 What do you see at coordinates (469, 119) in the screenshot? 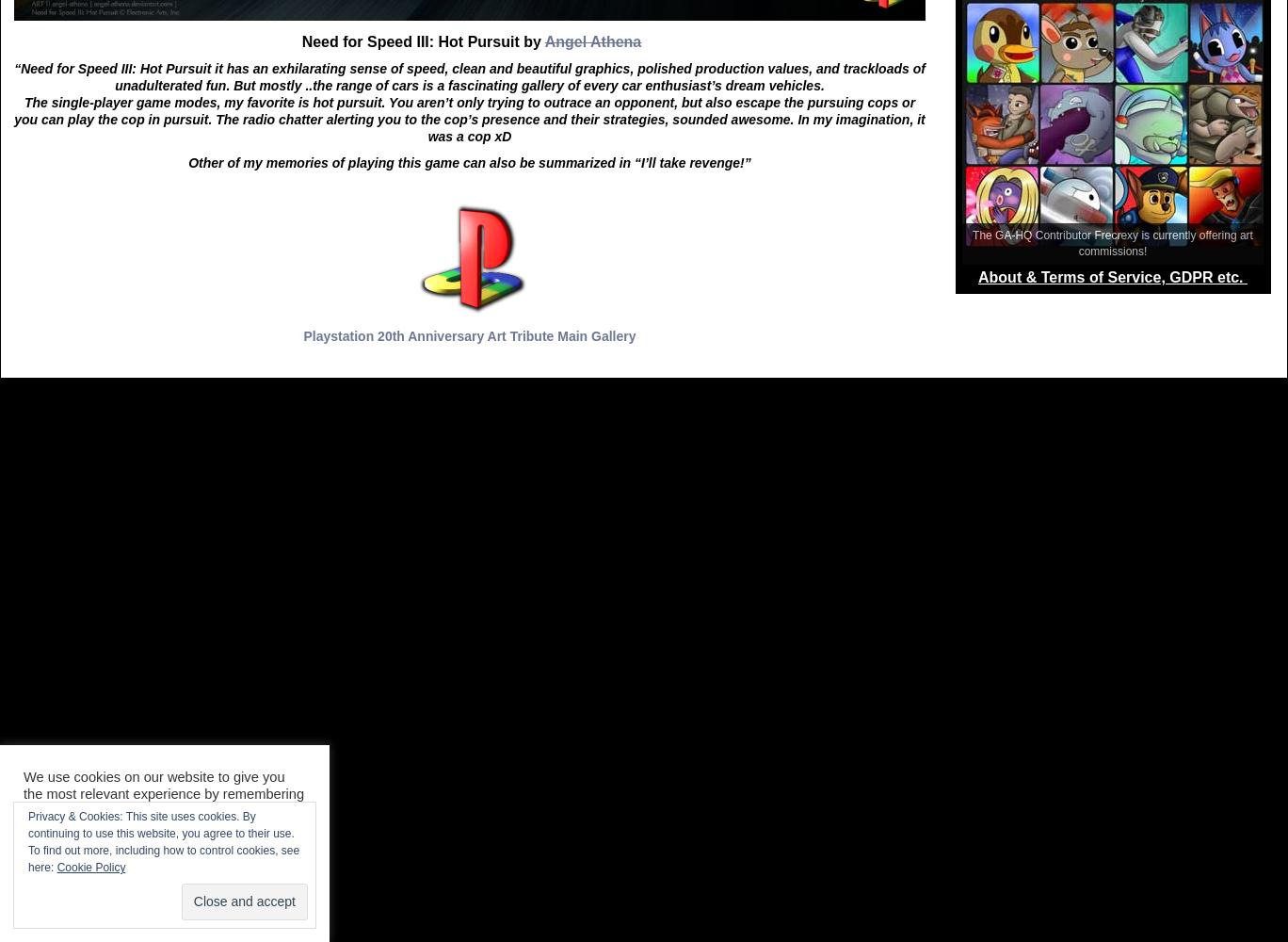
I see `'The single-player game modes, my favorite is hot pursuit. You aren’t only trying to outrace an opponent, but also escape the pursuing cops or you can play the cop in pursuit. The radio chatter alerting you to the cop’s presence and their strategies, sounded awesome. In my imagination, it was a cop xD'` at bounding box center [469, 119].